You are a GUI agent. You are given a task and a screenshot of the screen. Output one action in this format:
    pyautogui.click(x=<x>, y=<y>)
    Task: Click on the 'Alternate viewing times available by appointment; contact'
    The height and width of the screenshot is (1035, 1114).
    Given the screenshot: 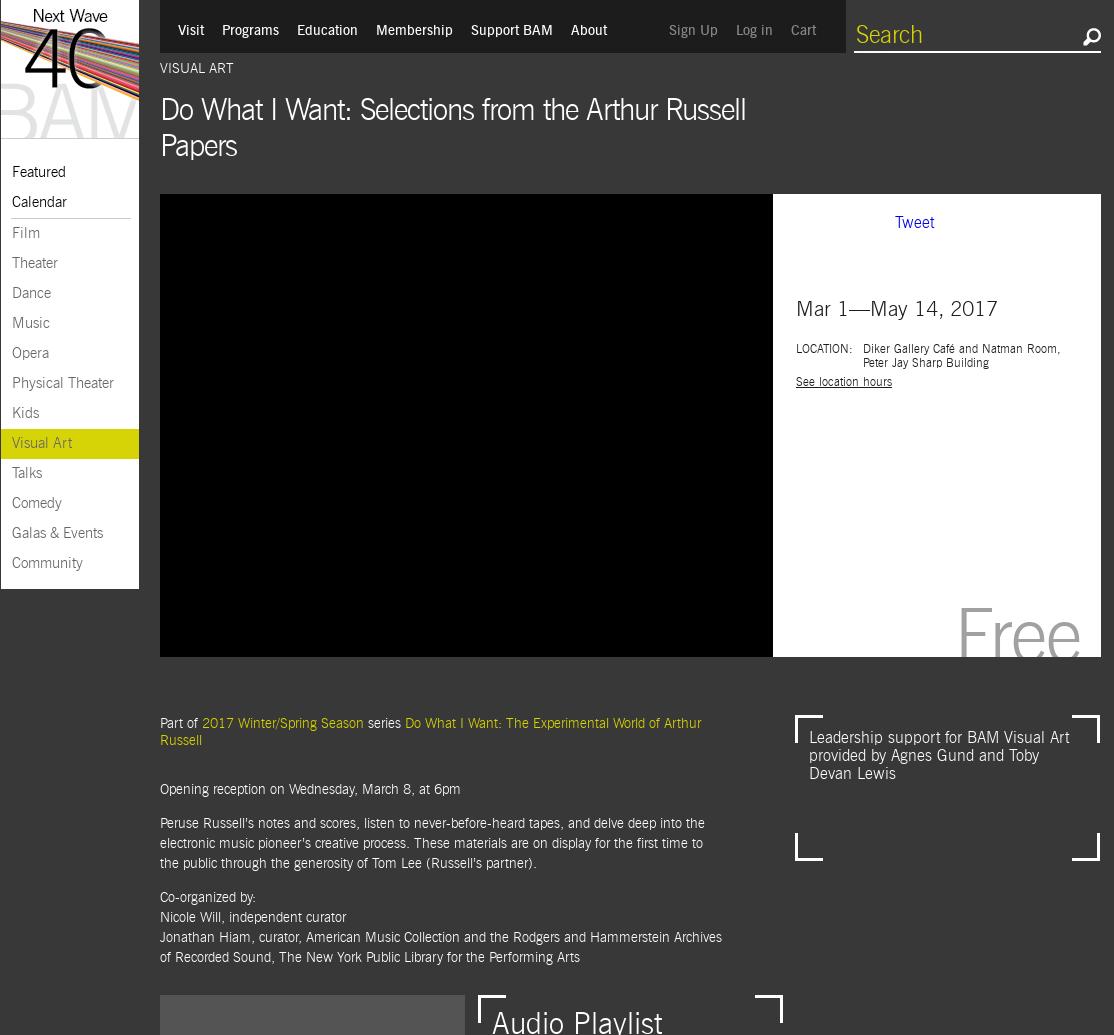 What is the action you would take?
    pyautogui.click(x=912, y=378)
    